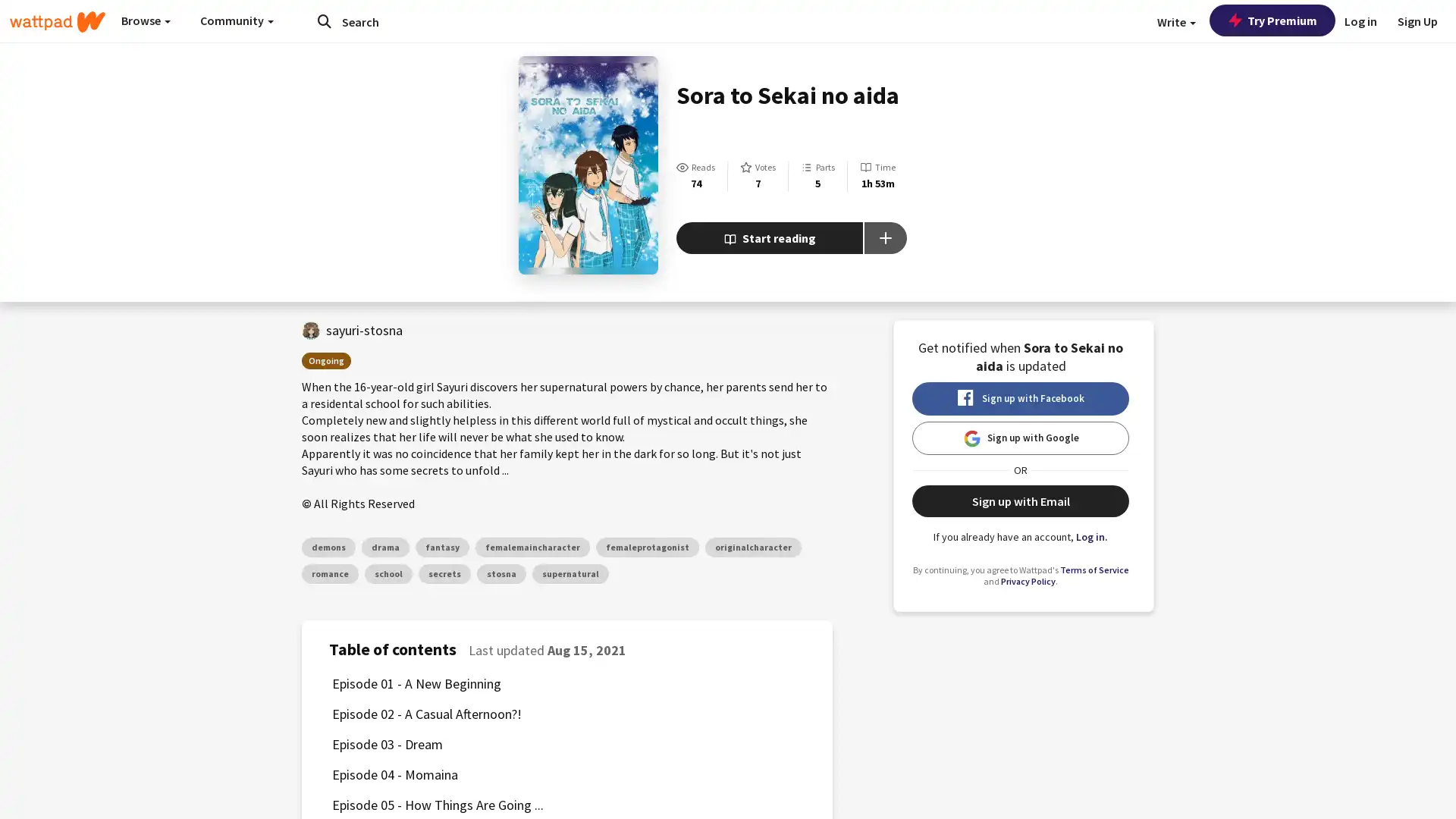  What do you see at coordinates (1175, 22) in the screenshot?
I see `Write` at bounding box center [1175, 22].